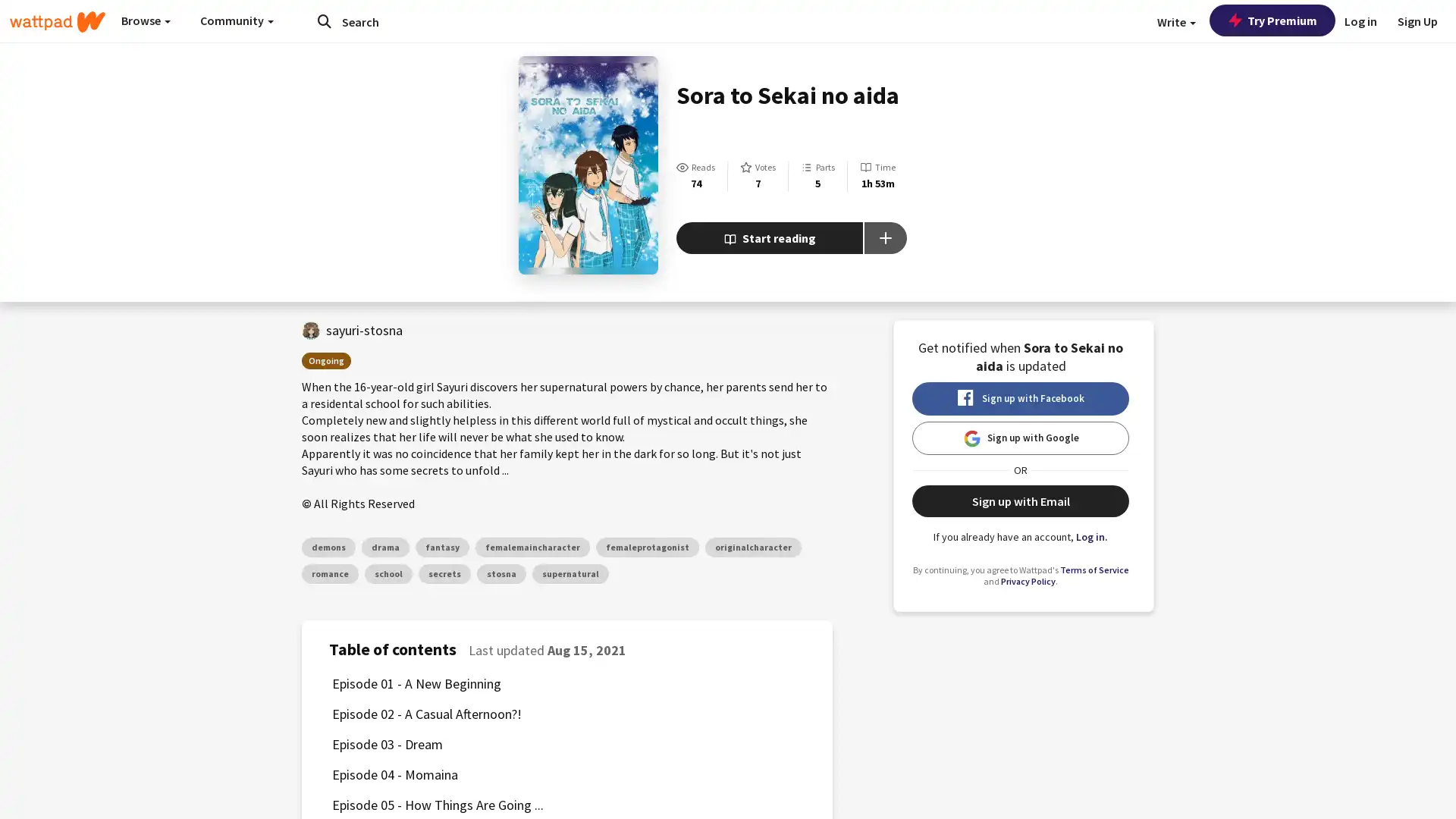  What do you see at coordinates (1175, 22) in the screenshot?
I see `Write` at bounding box center [1175, 22].